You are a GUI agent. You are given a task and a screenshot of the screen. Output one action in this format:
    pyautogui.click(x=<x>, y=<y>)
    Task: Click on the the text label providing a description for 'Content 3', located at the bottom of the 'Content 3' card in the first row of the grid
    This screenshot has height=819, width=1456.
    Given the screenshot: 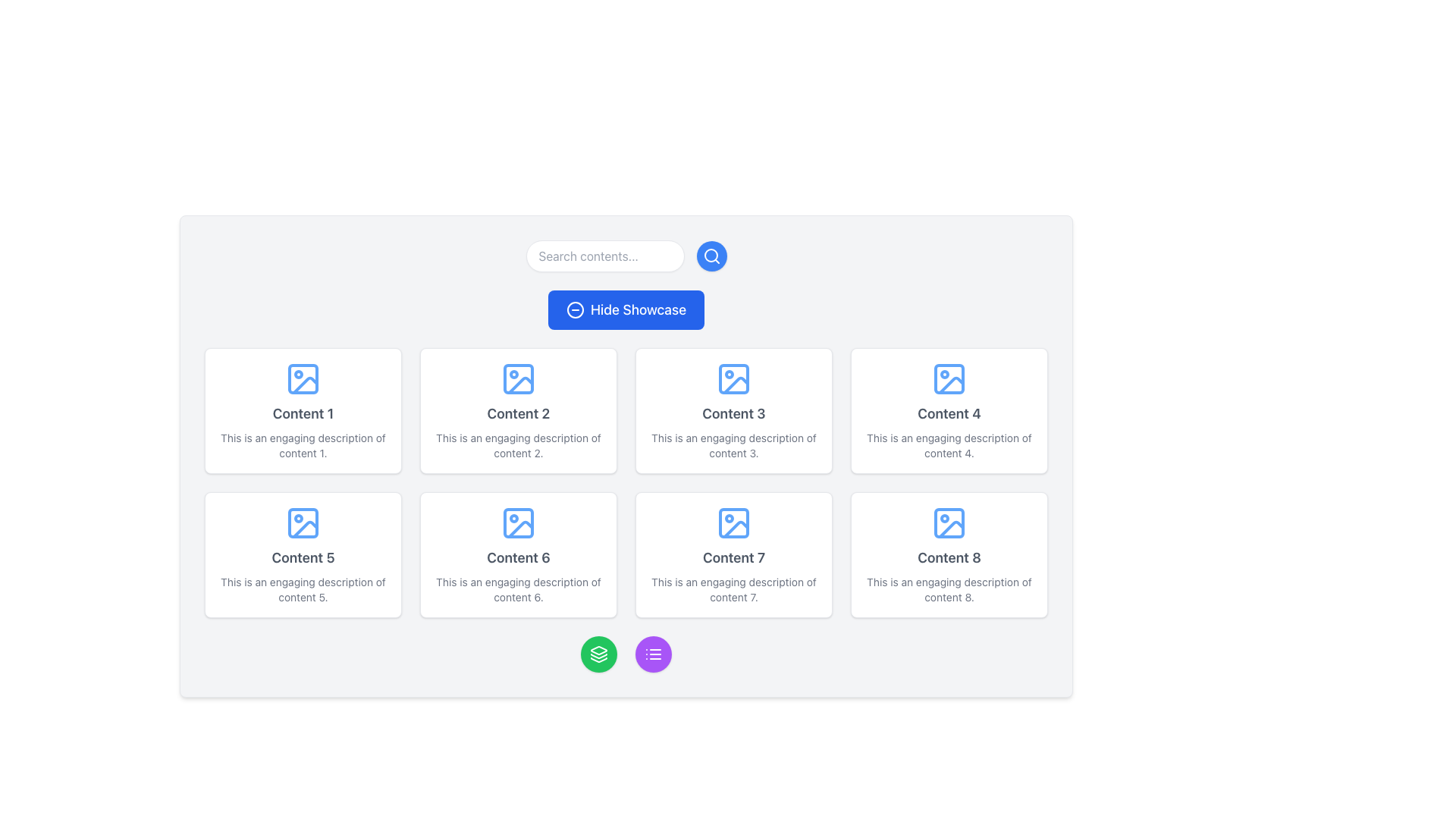 What is the action you would take?
    pyautogui.click(x=734, y=444)
    